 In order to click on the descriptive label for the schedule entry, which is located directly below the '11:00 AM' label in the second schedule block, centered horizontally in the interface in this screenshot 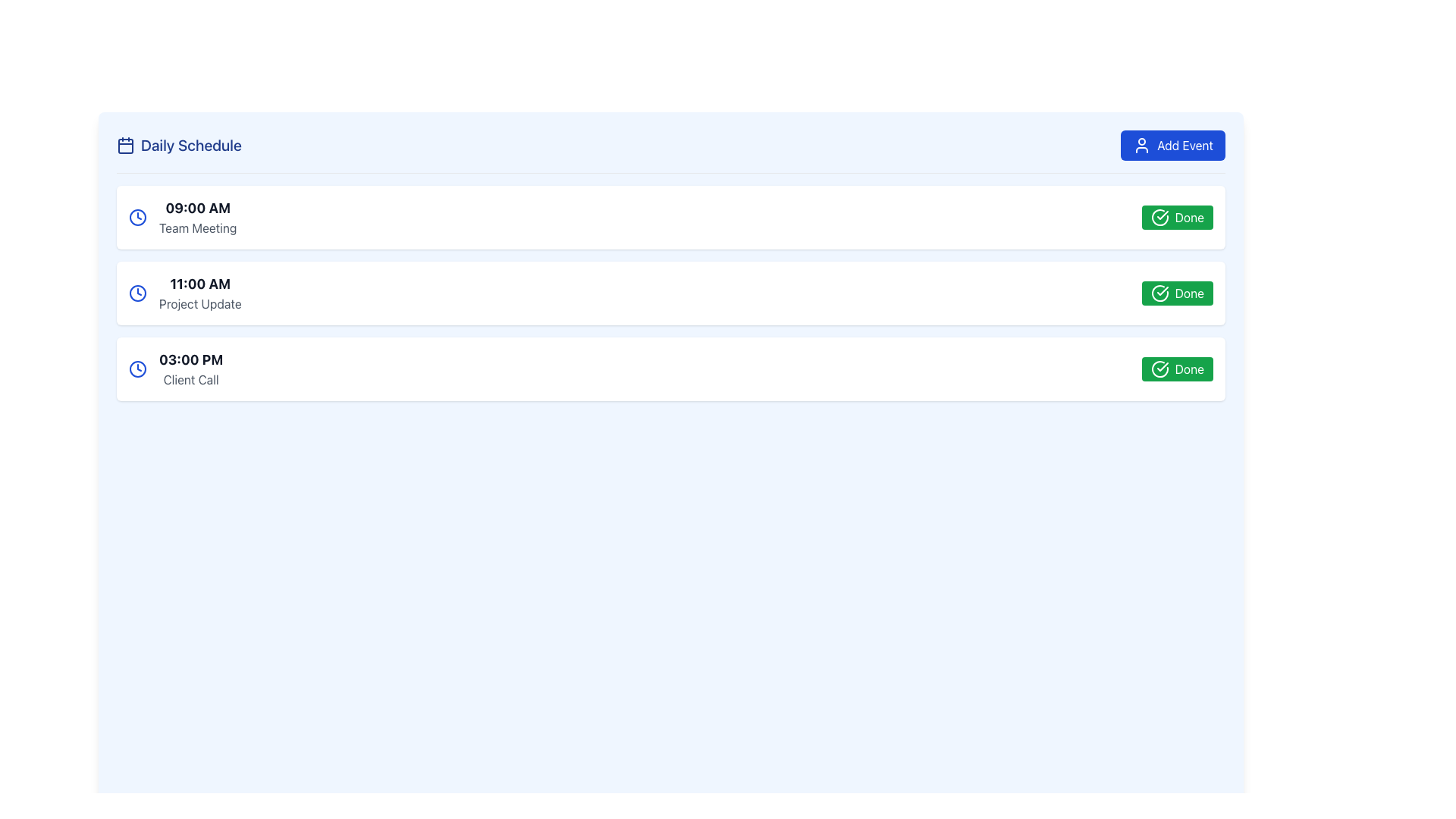, I will do `click(199, 304)`.